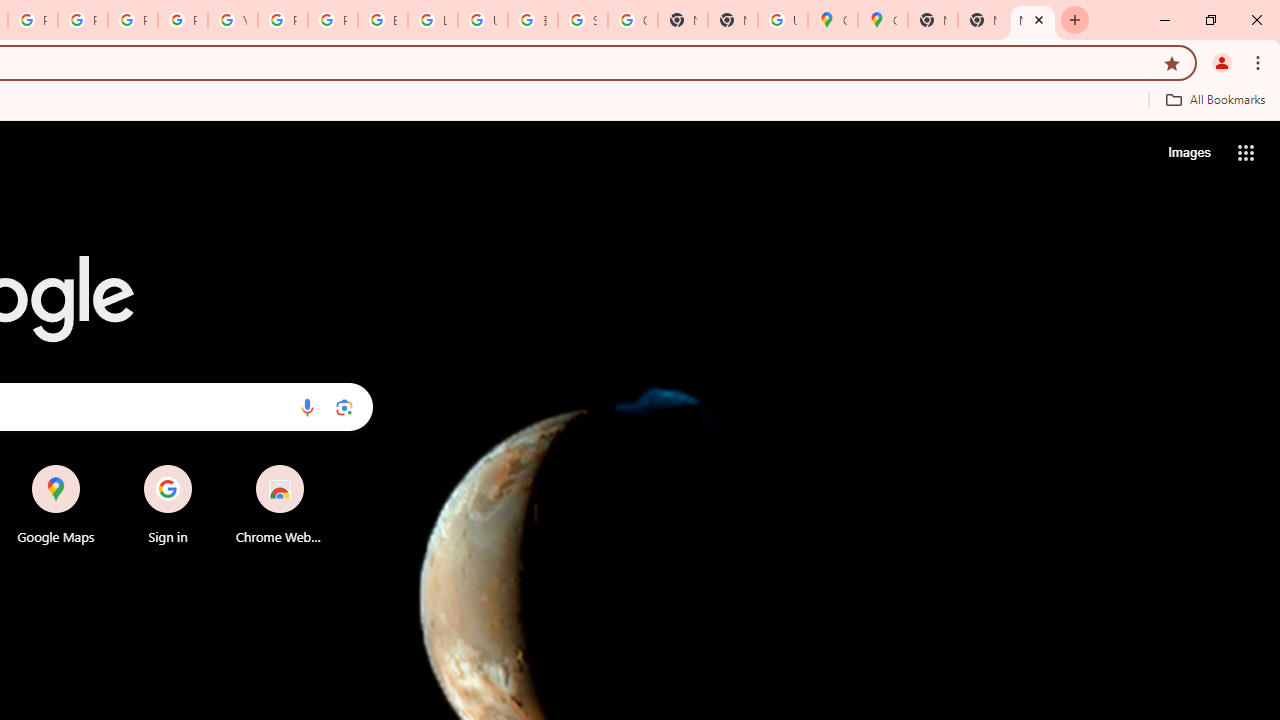 The width and height of the screenshot is (1280, 720). Describe the element at coordinates (1220, 61) in the screenshot. I see `'You'` at that location.